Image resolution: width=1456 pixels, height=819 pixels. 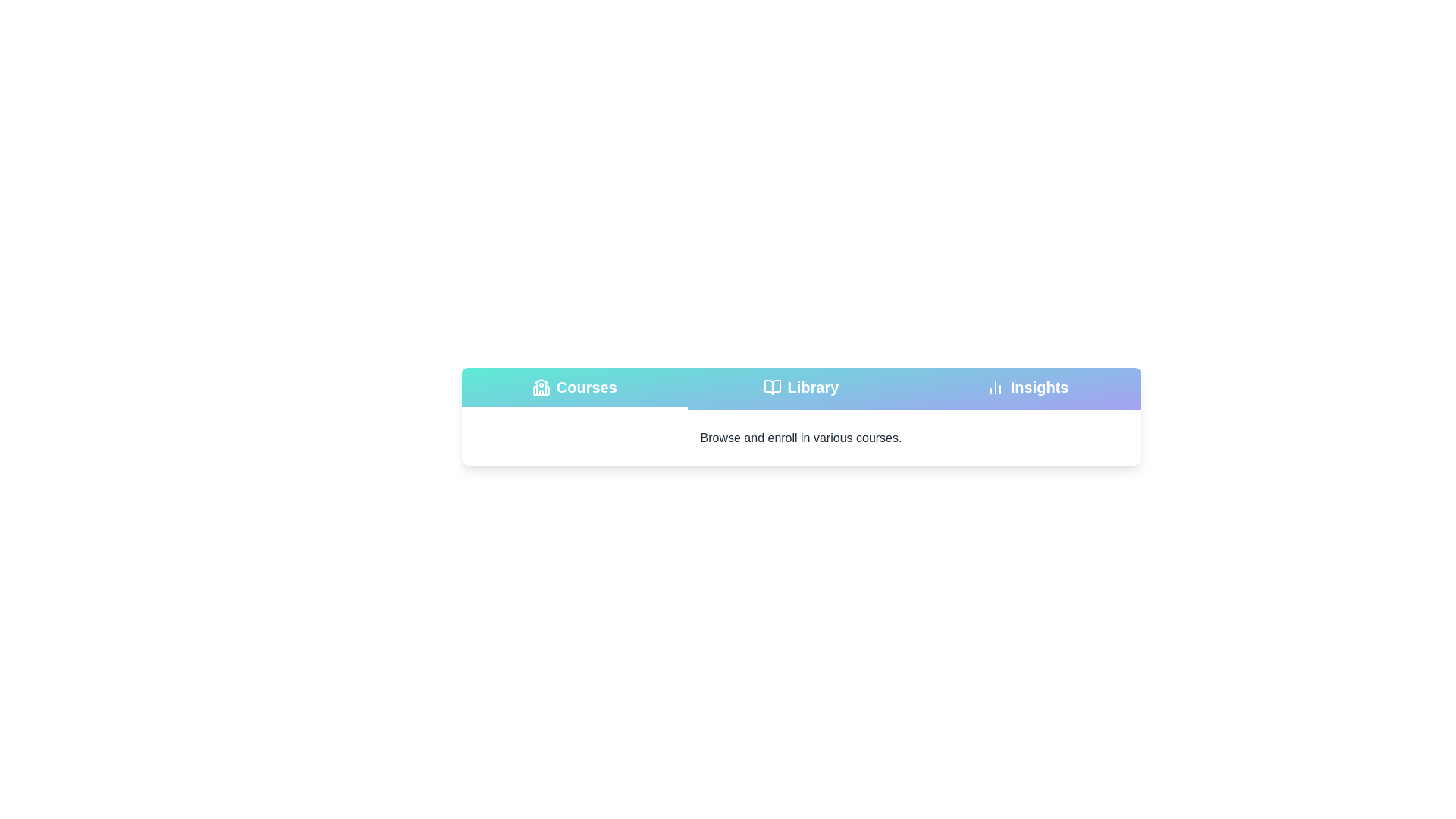 I want to click on the tab labeled Insights to view its associated content, so click(x=1028, y=388).